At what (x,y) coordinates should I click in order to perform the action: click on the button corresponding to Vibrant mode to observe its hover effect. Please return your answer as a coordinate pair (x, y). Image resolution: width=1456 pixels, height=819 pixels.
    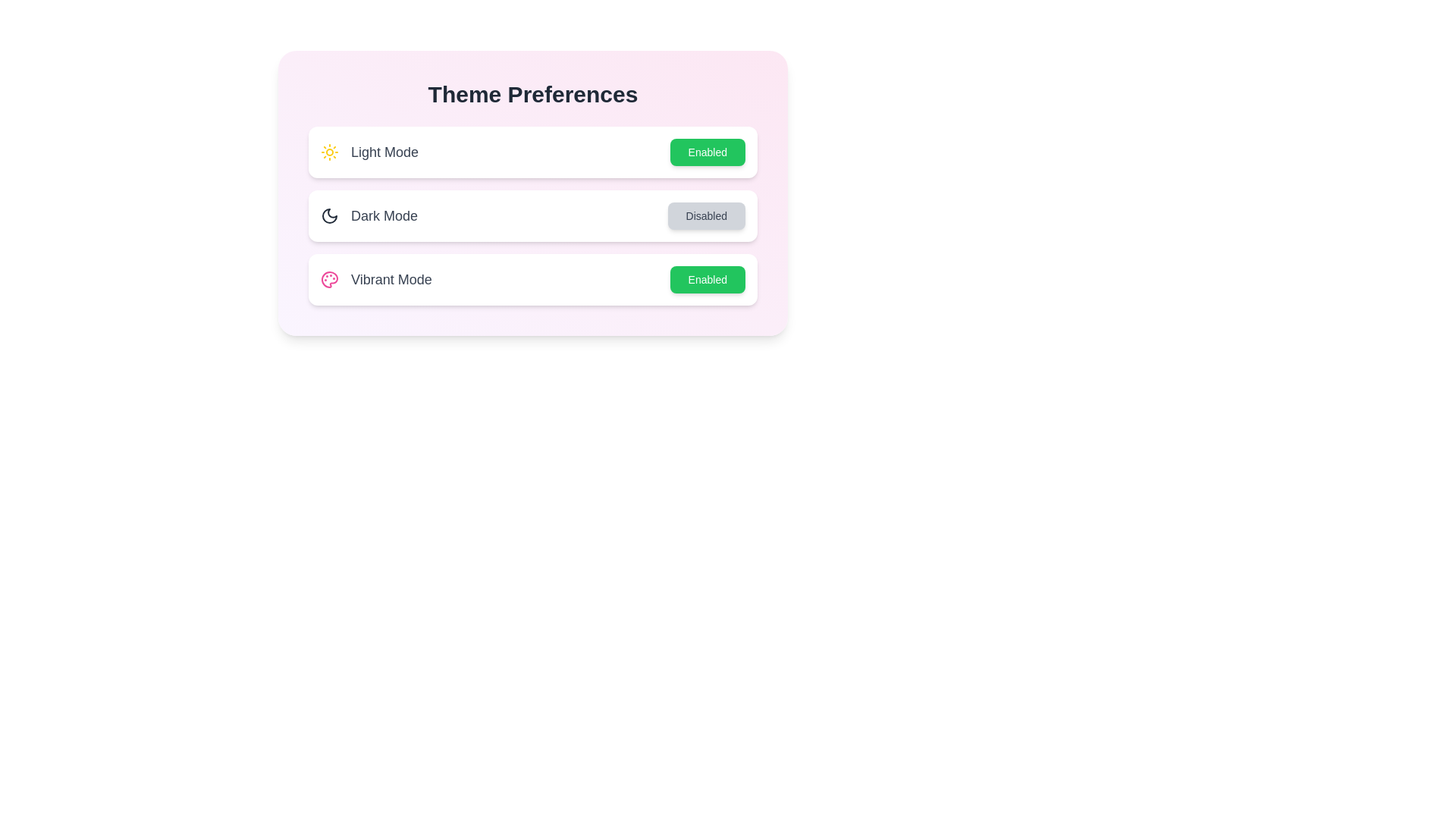
    Looking at the image, I should click on (707, 280).